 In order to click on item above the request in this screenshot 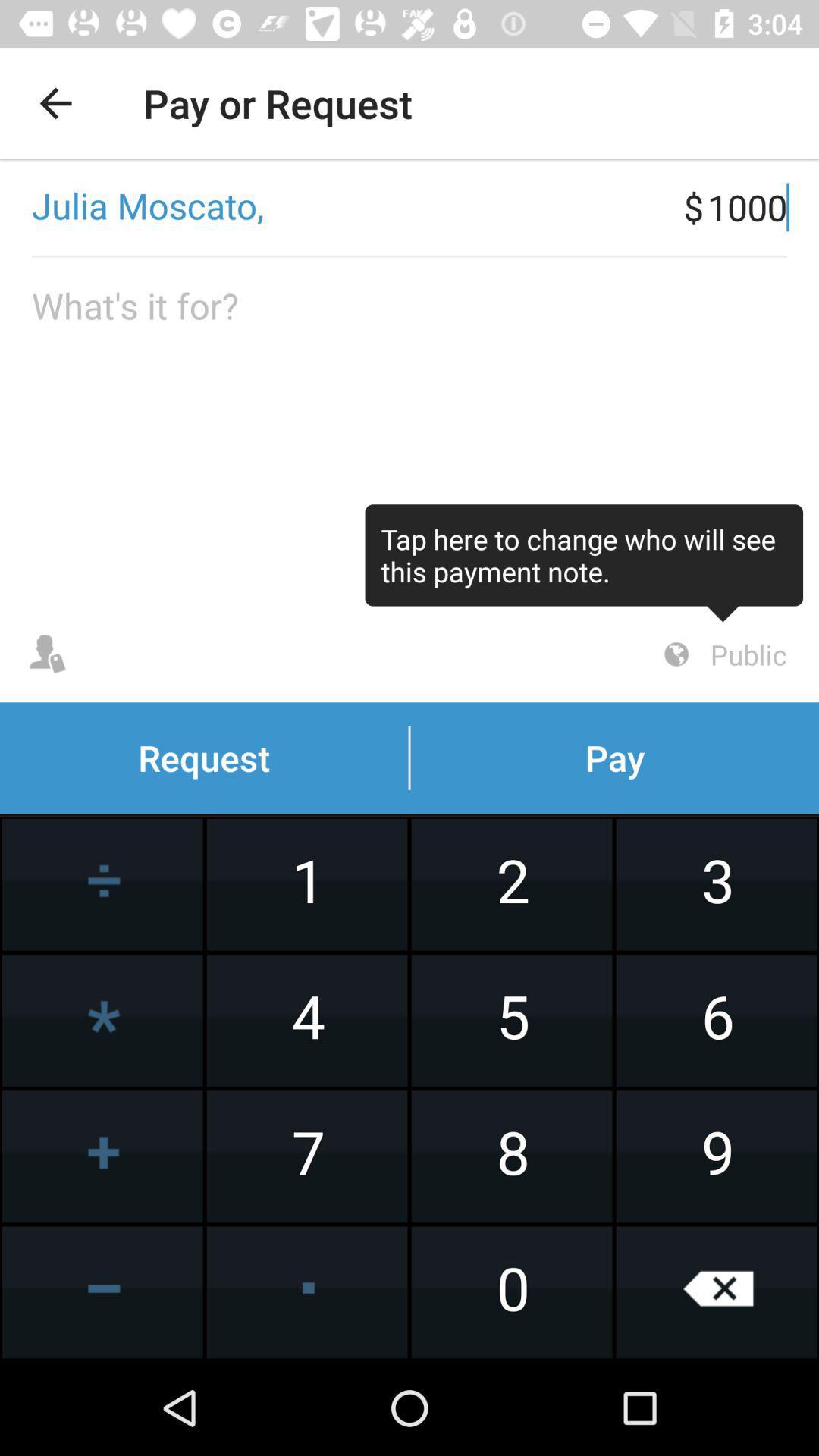, I will do `click(583, 562)`.